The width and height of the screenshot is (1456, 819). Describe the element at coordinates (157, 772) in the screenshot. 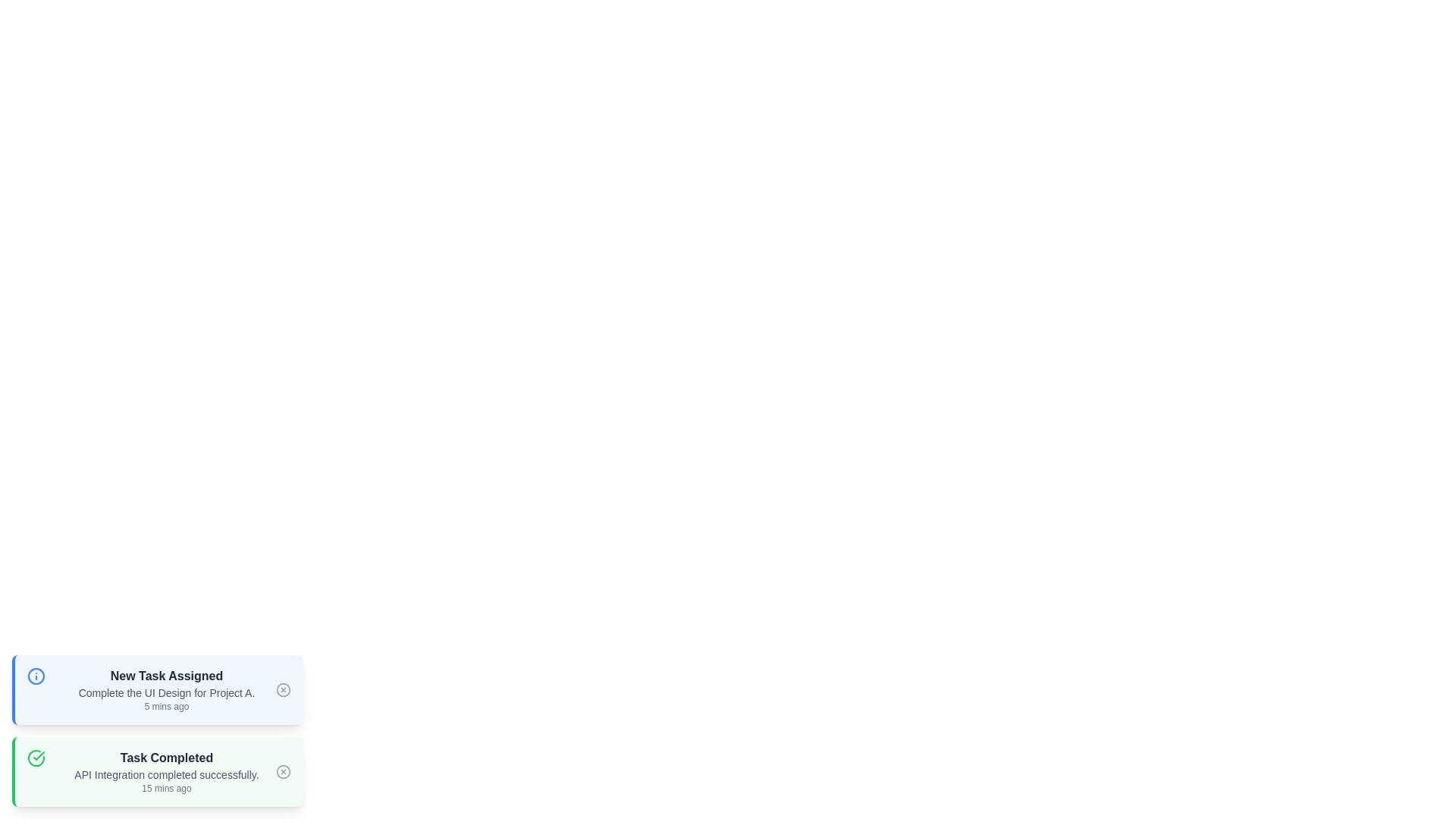

I see `the notification with title Task Completed` at that location.